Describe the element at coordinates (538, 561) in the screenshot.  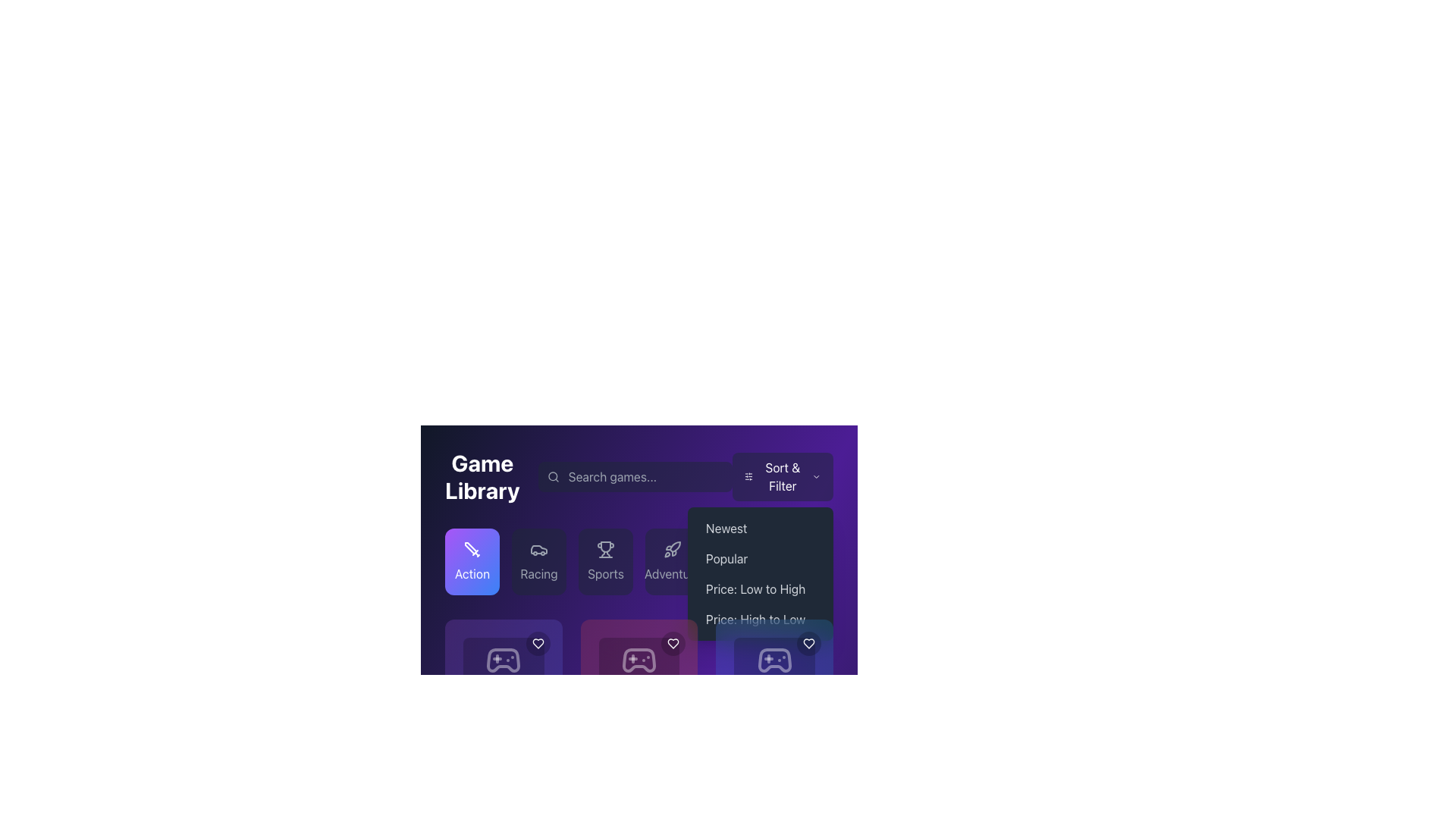
I see `the 'Racing' button, which is a rectangular button with a dark background and a car icon` at that location.